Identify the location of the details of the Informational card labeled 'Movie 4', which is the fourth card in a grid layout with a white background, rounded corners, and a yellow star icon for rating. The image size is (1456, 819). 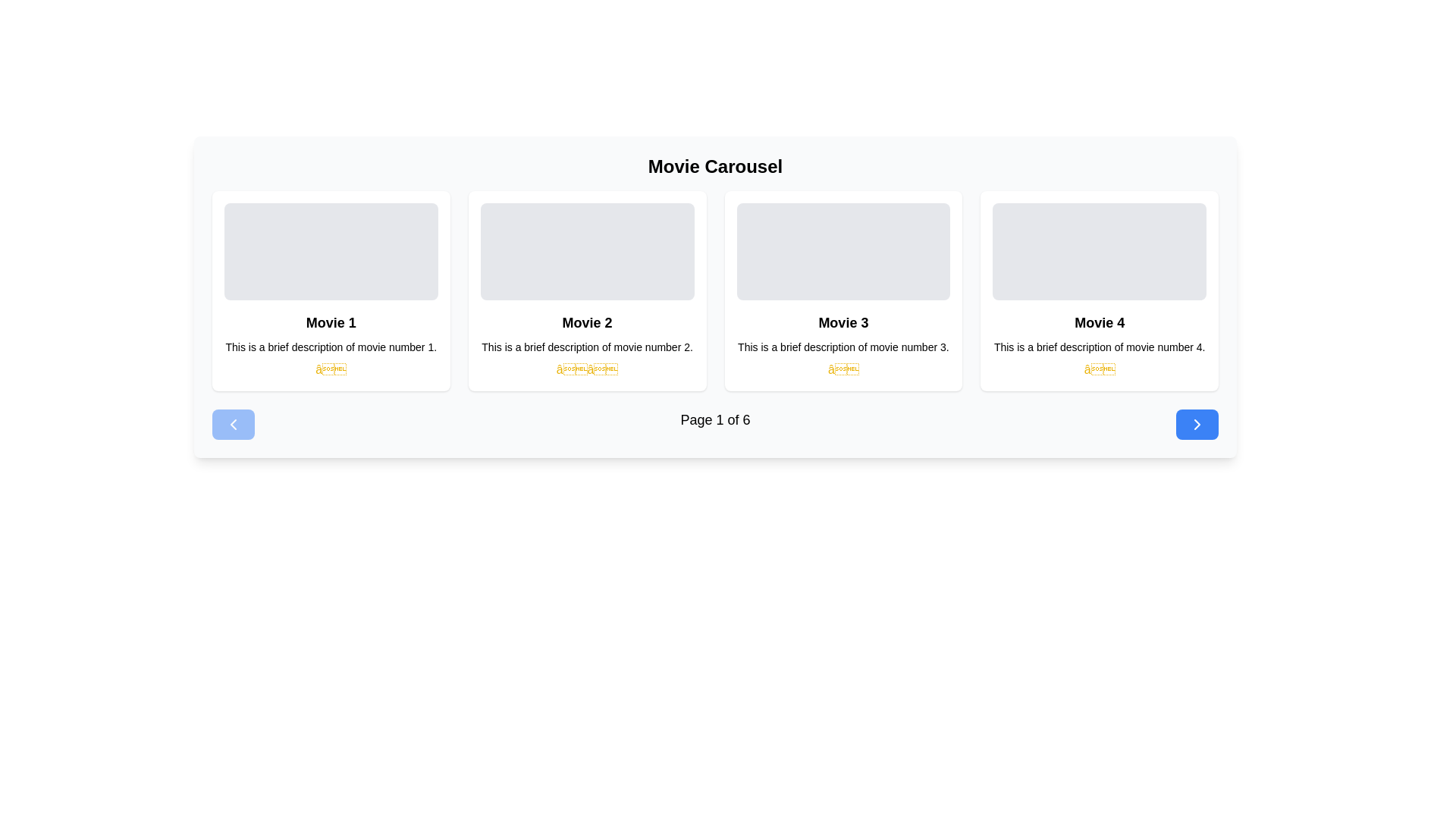
(1100, 291).